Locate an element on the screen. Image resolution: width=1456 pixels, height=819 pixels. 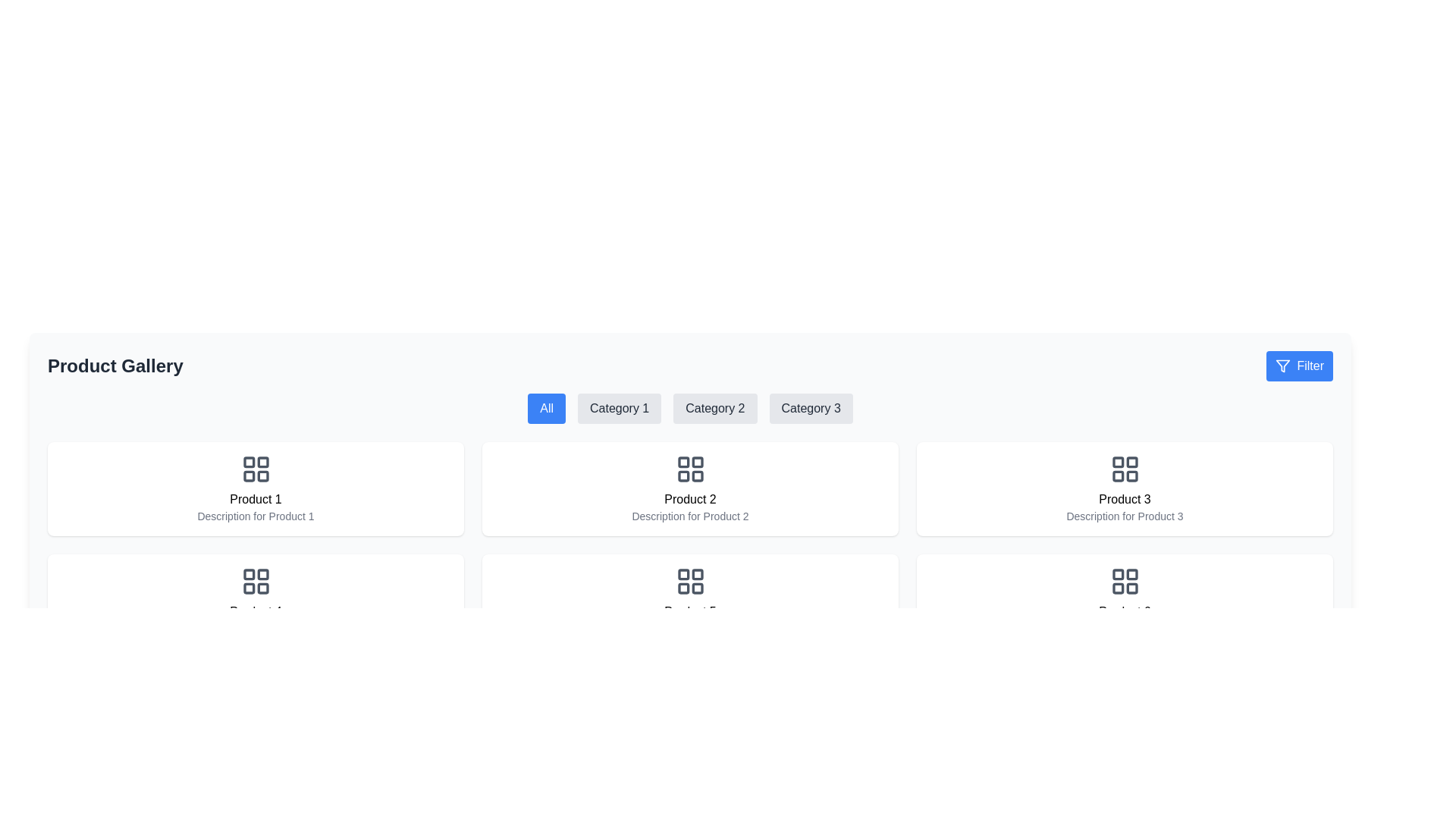
the third square in the two-by-two grid structure of the Decorative graphic element located at the lower-right position of the icon above the label 'Product 4' is located at coordinates (1131, 588).